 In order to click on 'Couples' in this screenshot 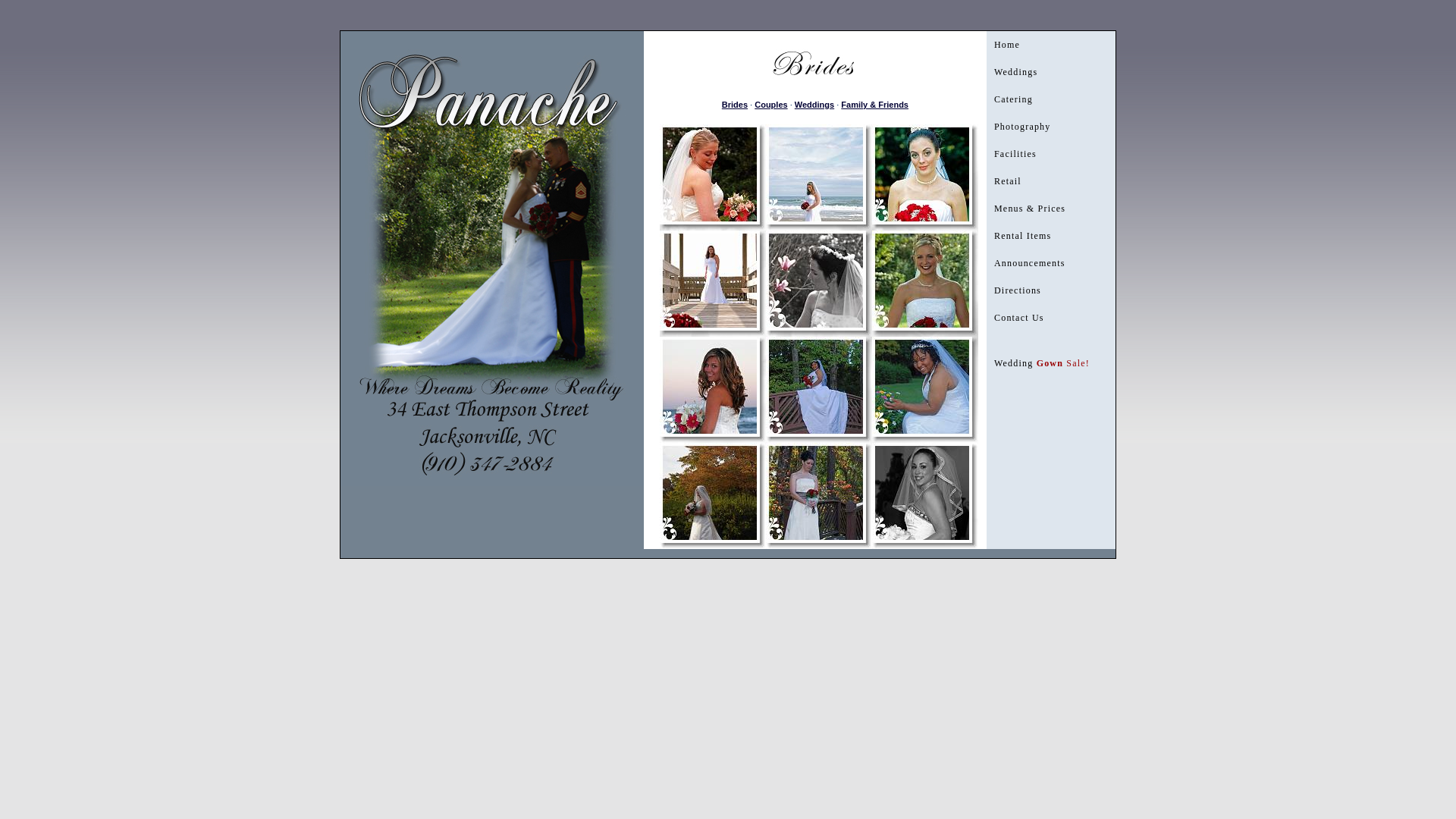, I will do `click(770, 104)`.